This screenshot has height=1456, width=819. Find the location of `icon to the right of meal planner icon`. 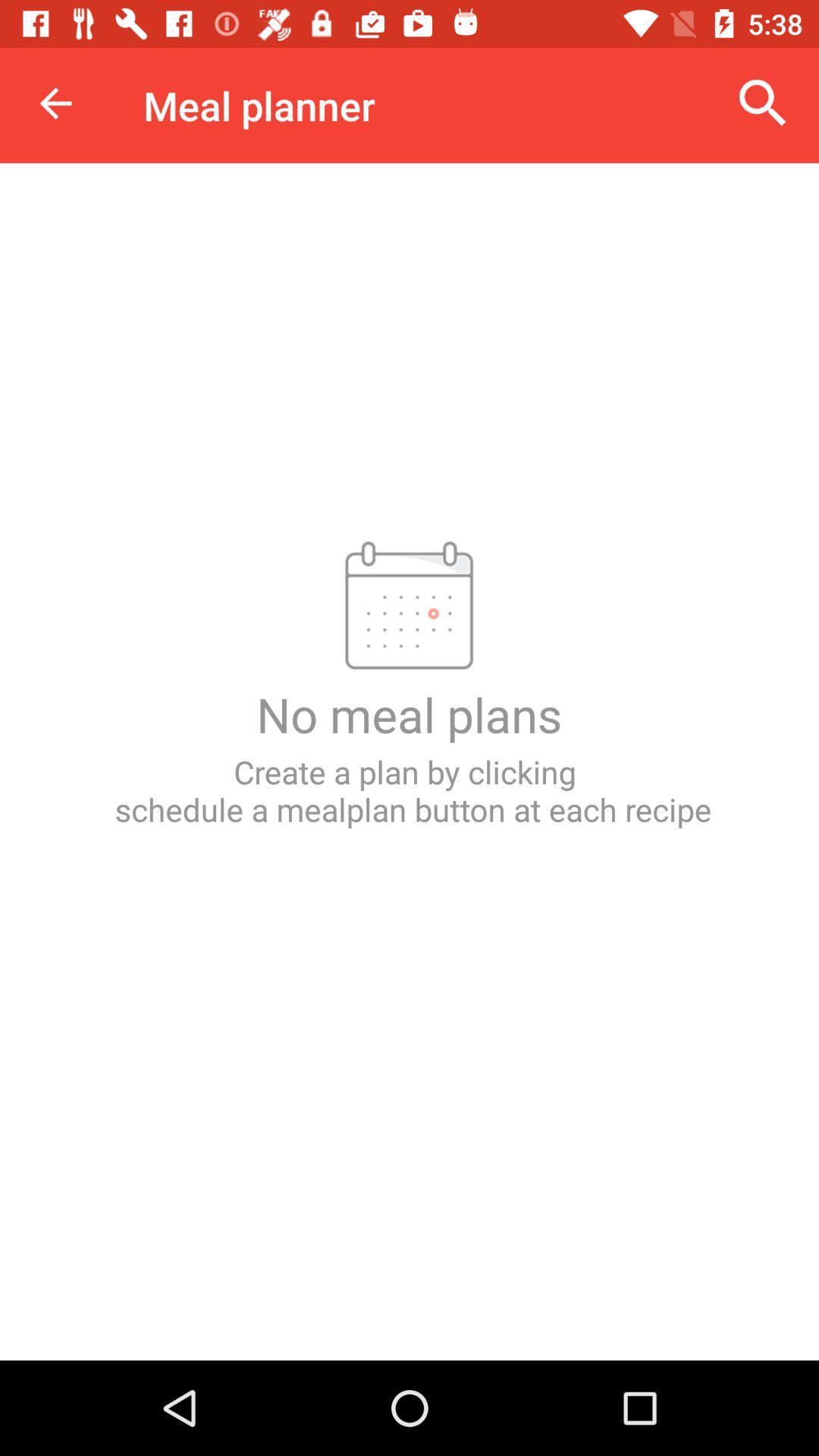

icon to the right of meal planner icon is located at coordinates (763, 102).